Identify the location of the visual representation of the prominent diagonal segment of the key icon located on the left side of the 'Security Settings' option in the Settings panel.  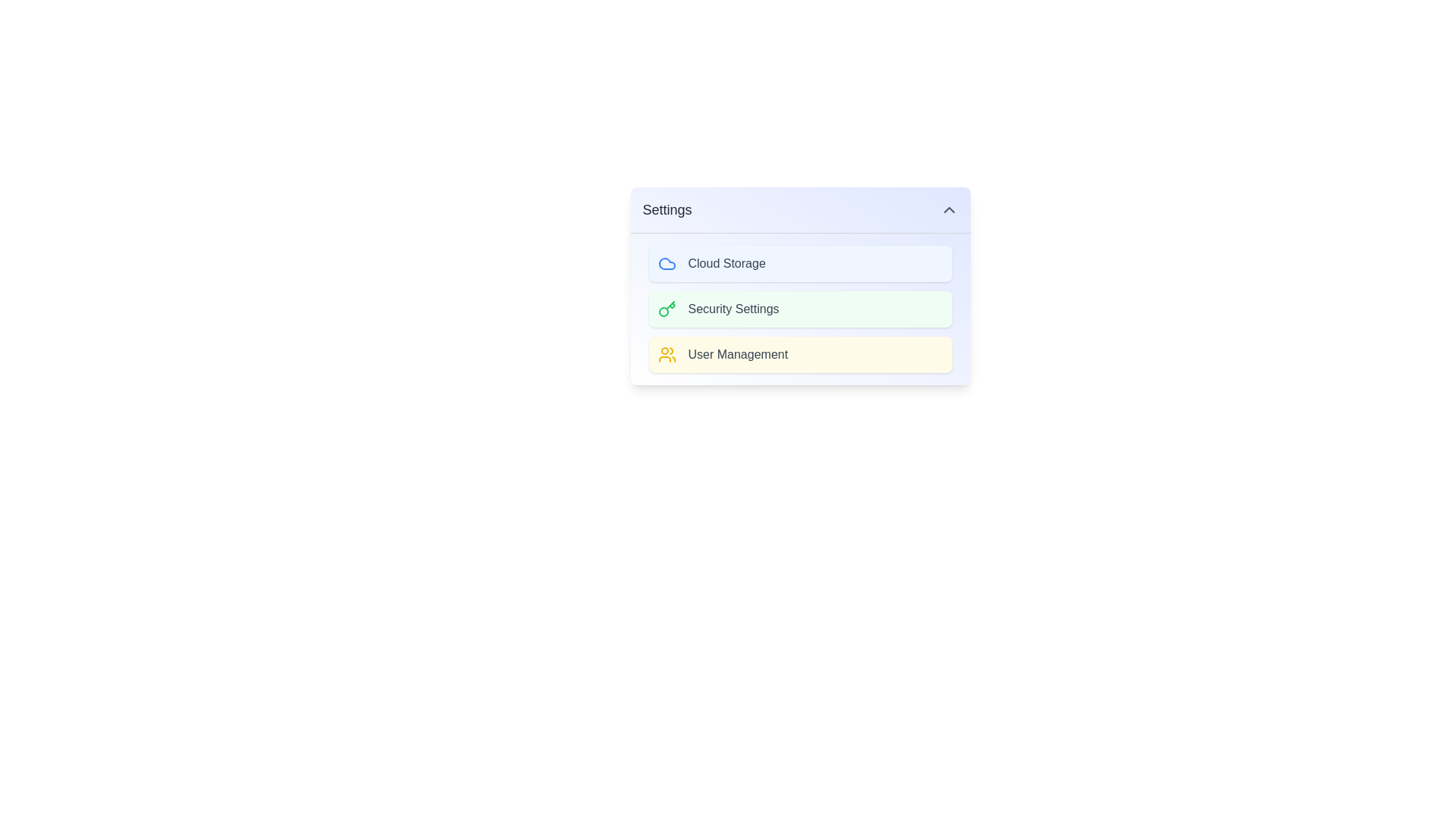
(669, 305).